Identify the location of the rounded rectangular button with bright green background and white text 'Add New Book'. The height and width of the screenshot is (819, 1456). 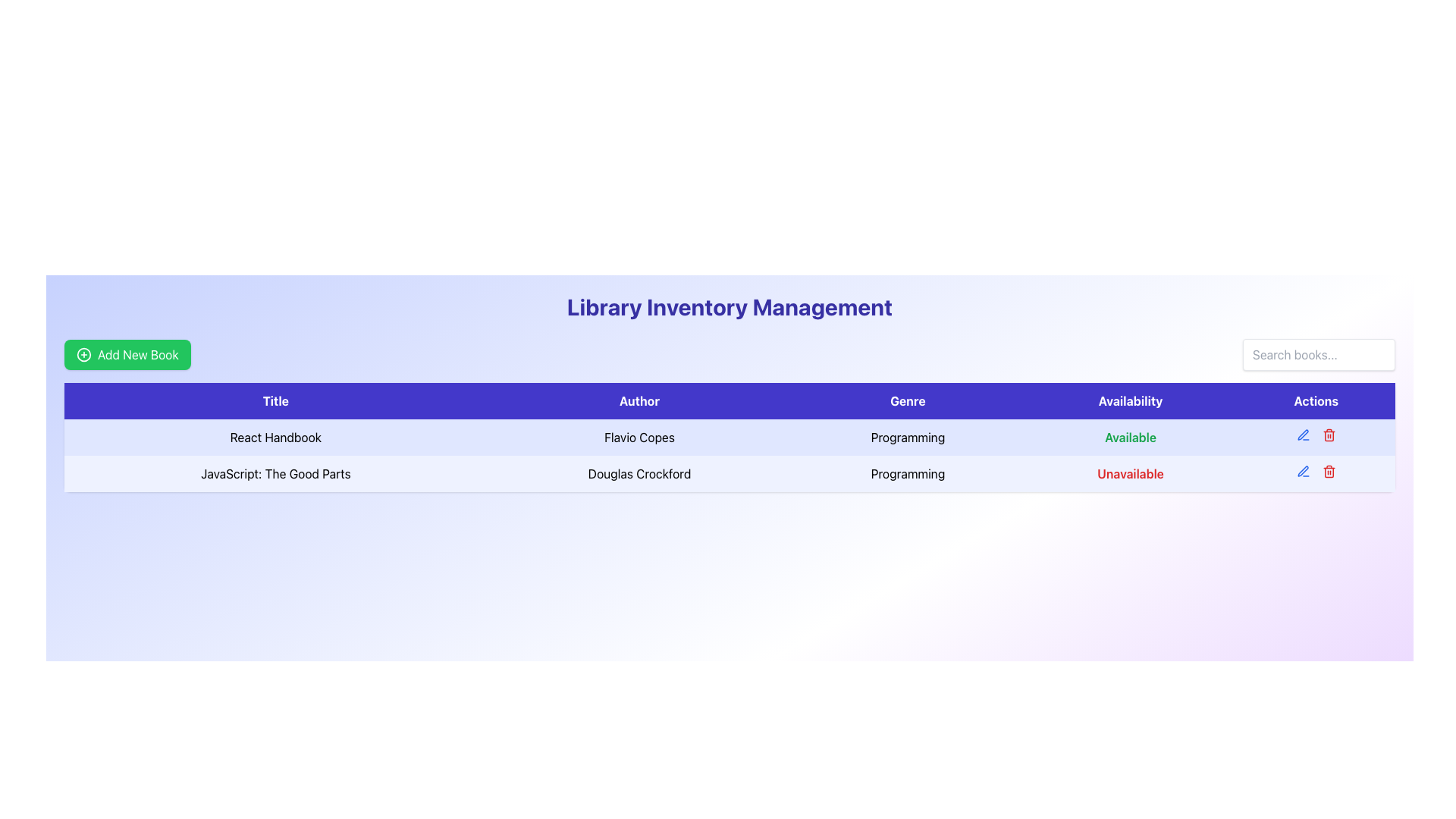
(127, 354).